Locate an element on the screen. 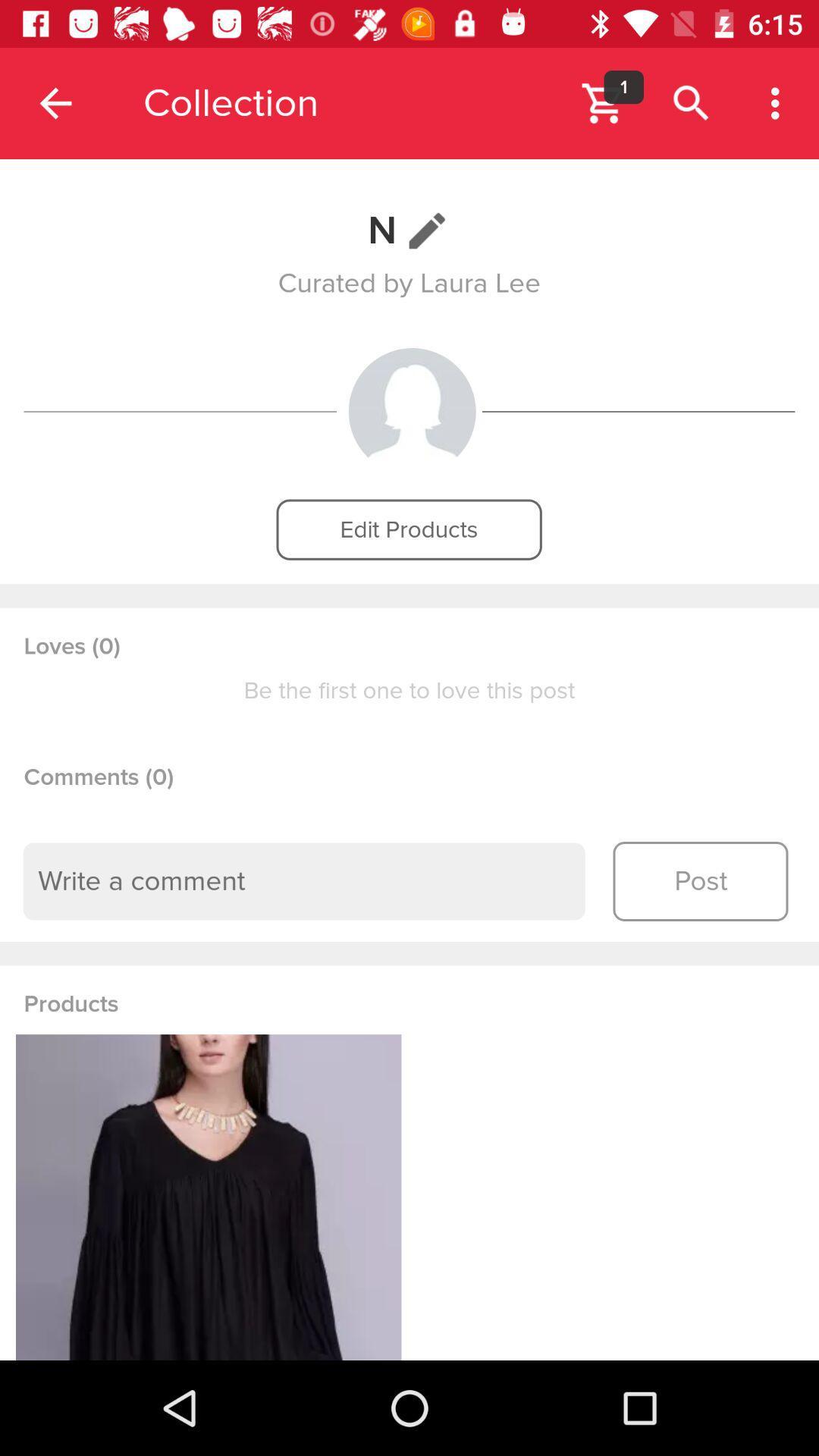 Image resolution: width=819 pixels, height=1456 pixels. 1 is located at coordinates (623, 86).